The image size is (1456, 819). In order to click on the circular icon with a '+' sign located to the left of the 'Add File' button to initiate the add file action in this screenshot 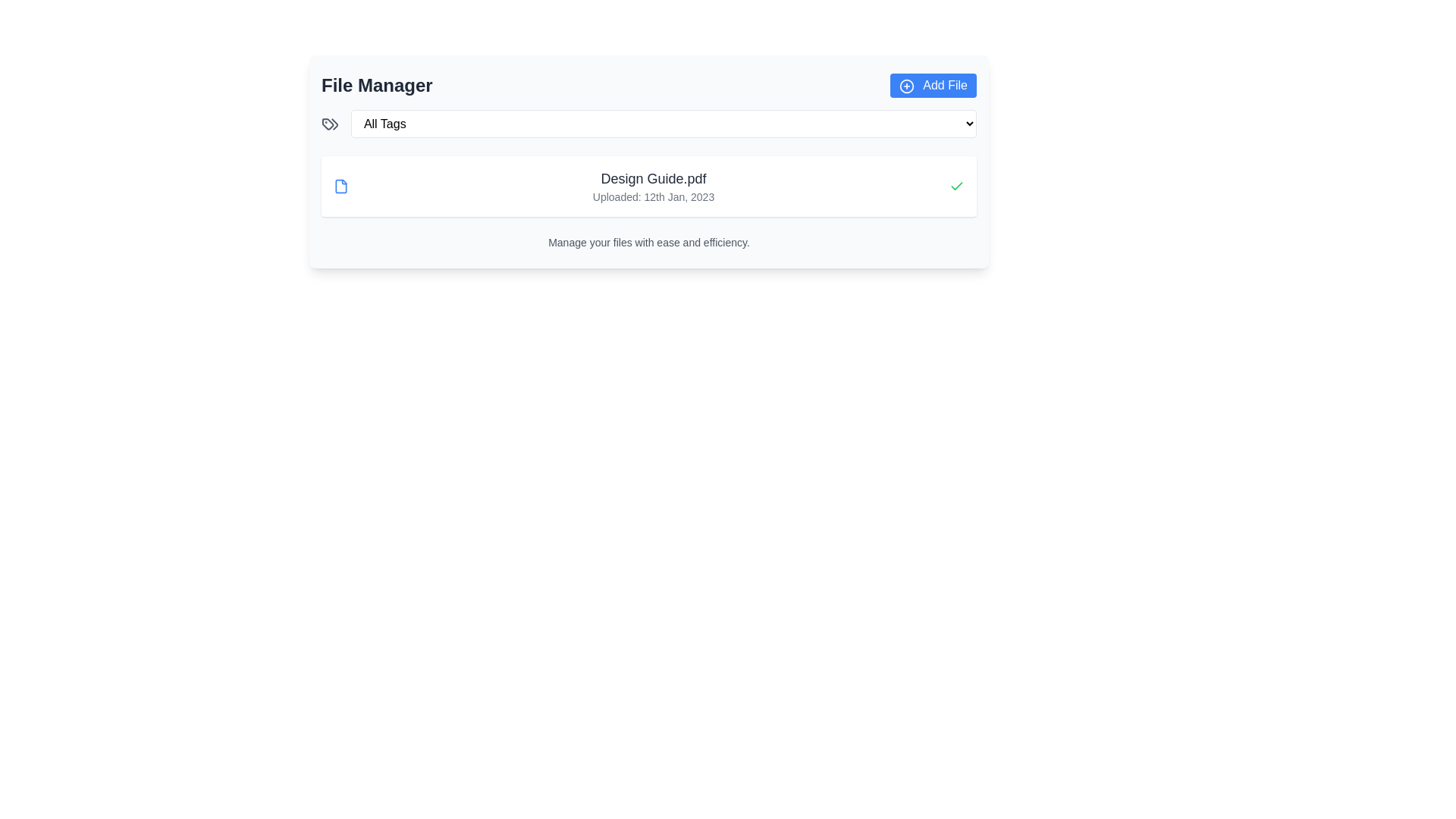, I will do `click(906, 86)`.